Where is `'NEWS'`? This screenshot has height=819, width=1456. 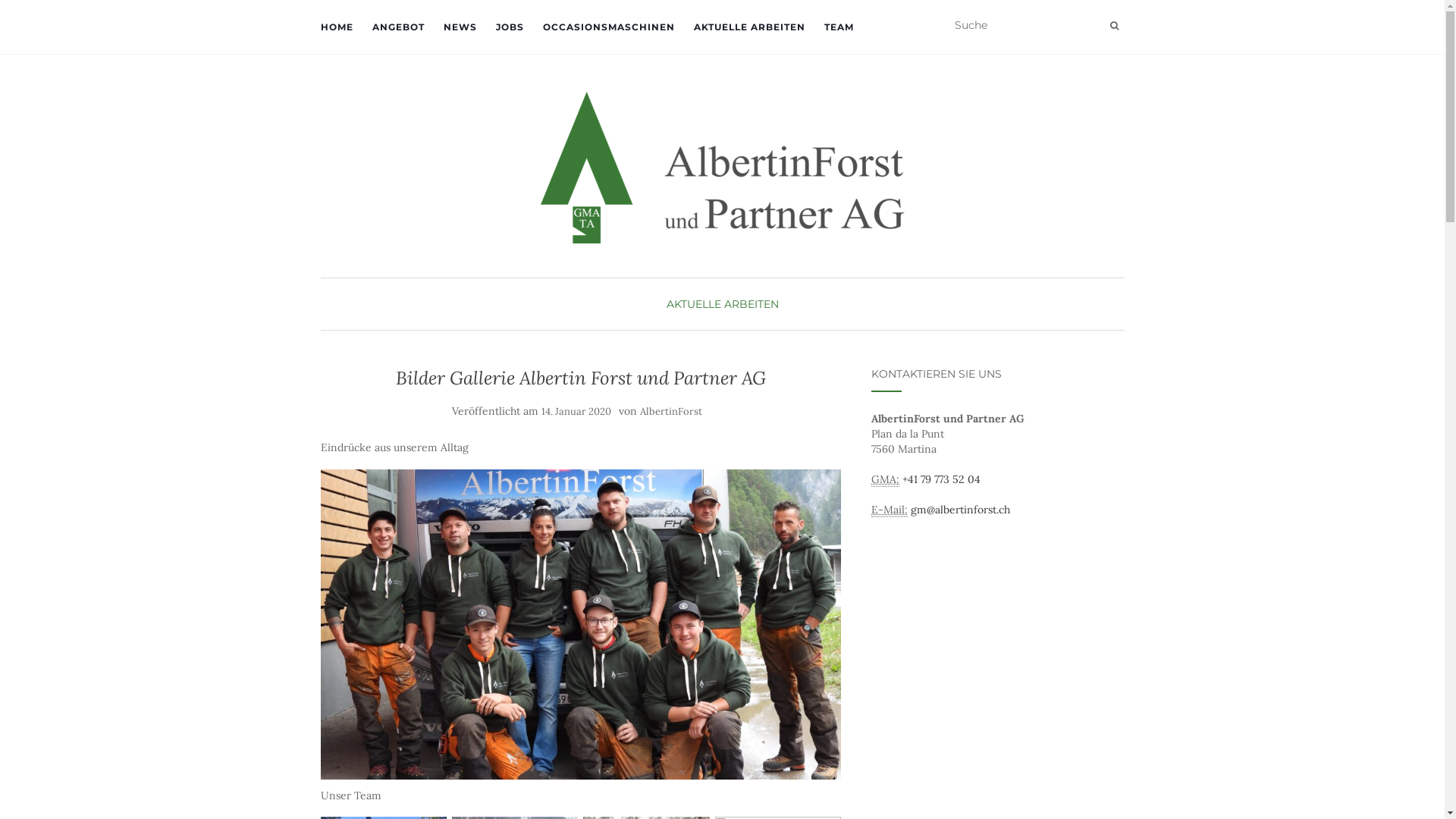
'NEWS' is located at coordinates (458, 27).